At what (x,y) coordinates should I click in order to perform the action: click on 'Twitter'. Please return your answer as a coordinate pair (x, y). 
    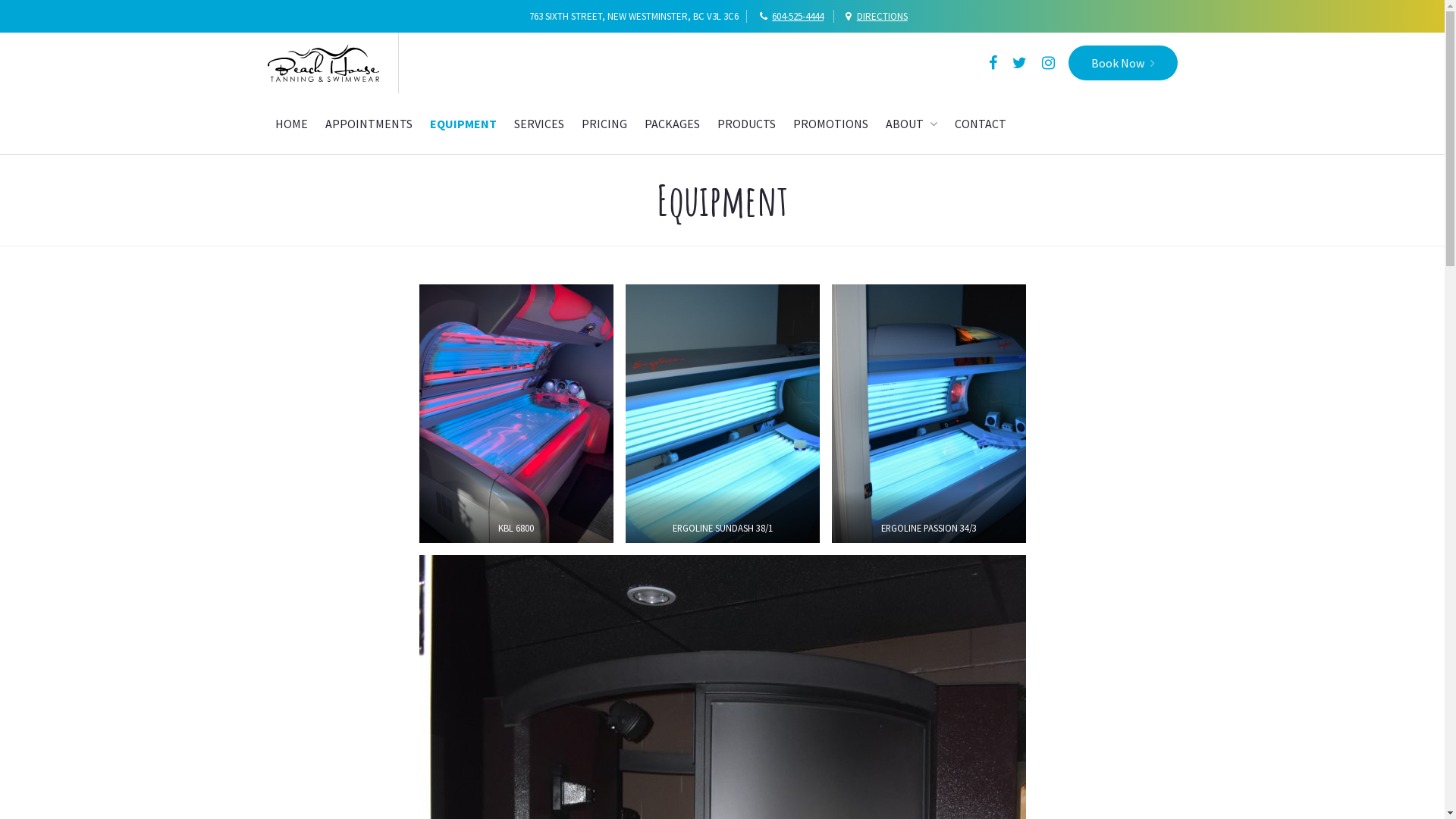
    Looking at the image, I should click on (1012, 62).